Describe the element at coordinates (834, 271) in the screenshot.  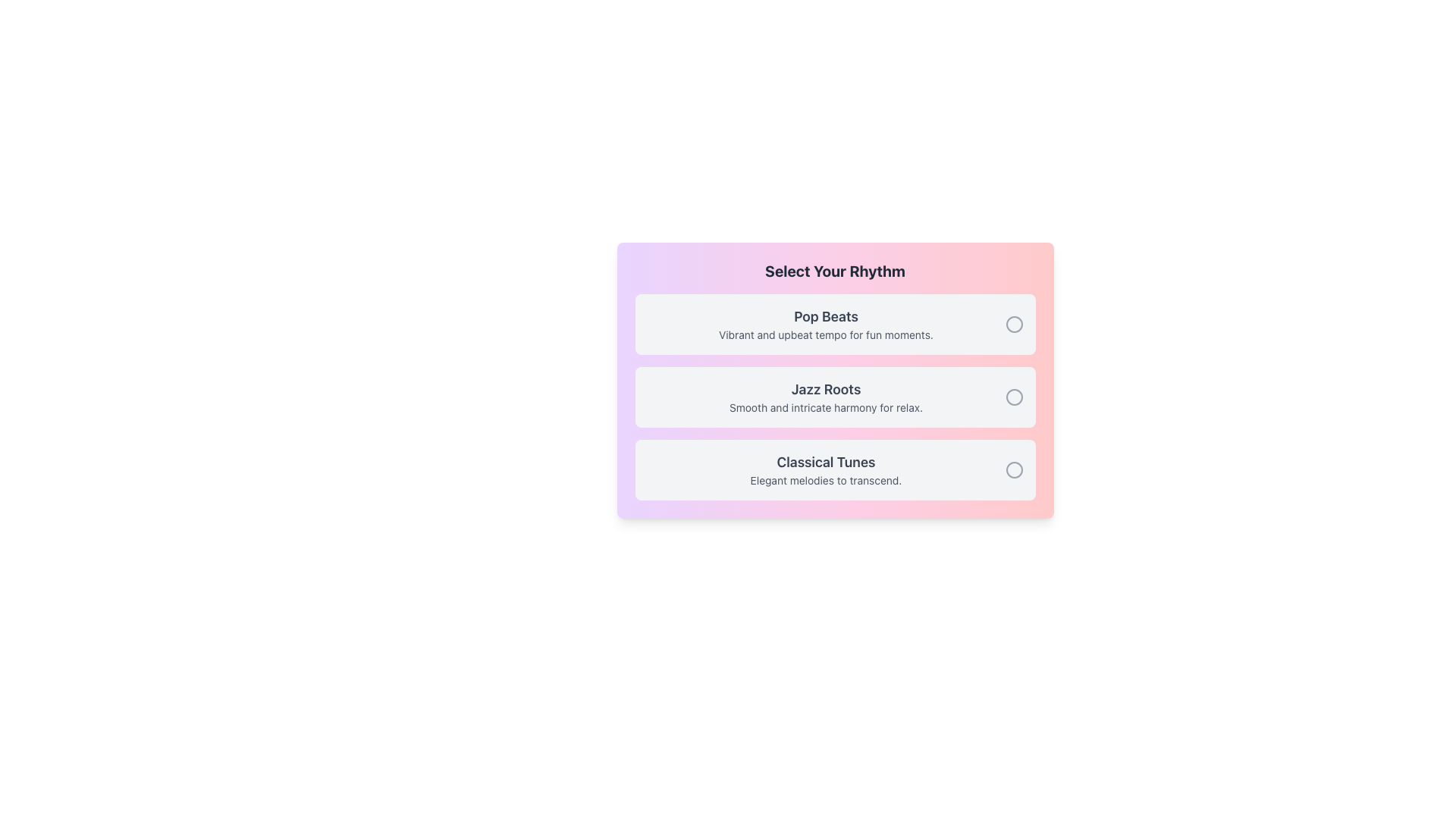
I see `text heading that says 'Select Your Rhythm', which is a bold and large-sized text styled with dark gray color at the top of a pastel-gradient background` at that location.